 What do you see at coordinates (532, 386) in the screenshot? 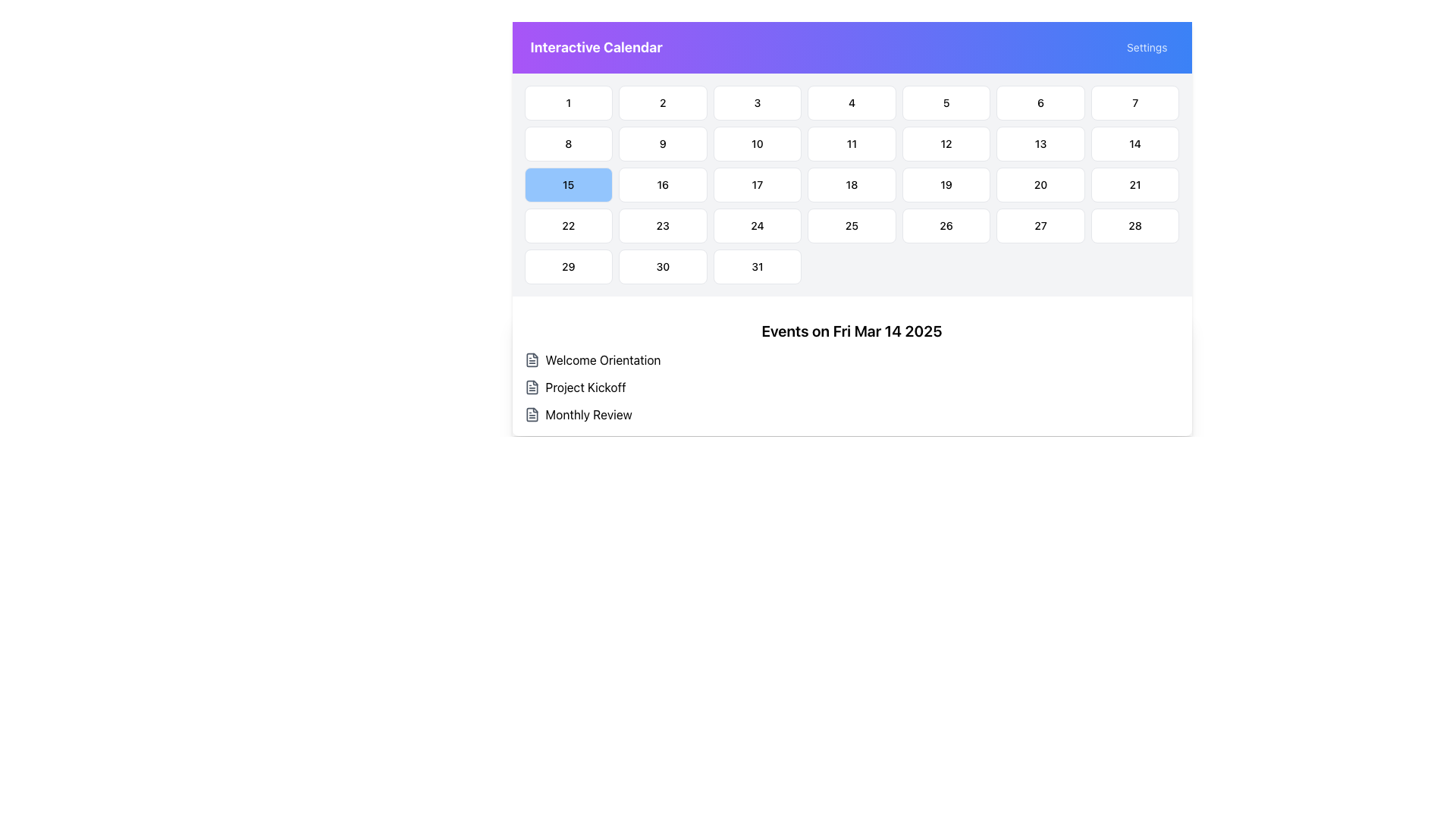
I see `the document file icon located to the left of the text 'Project Kickoff' in the list of events for 'Fri Mar 14 2025'` at bounding box center [532, 386].